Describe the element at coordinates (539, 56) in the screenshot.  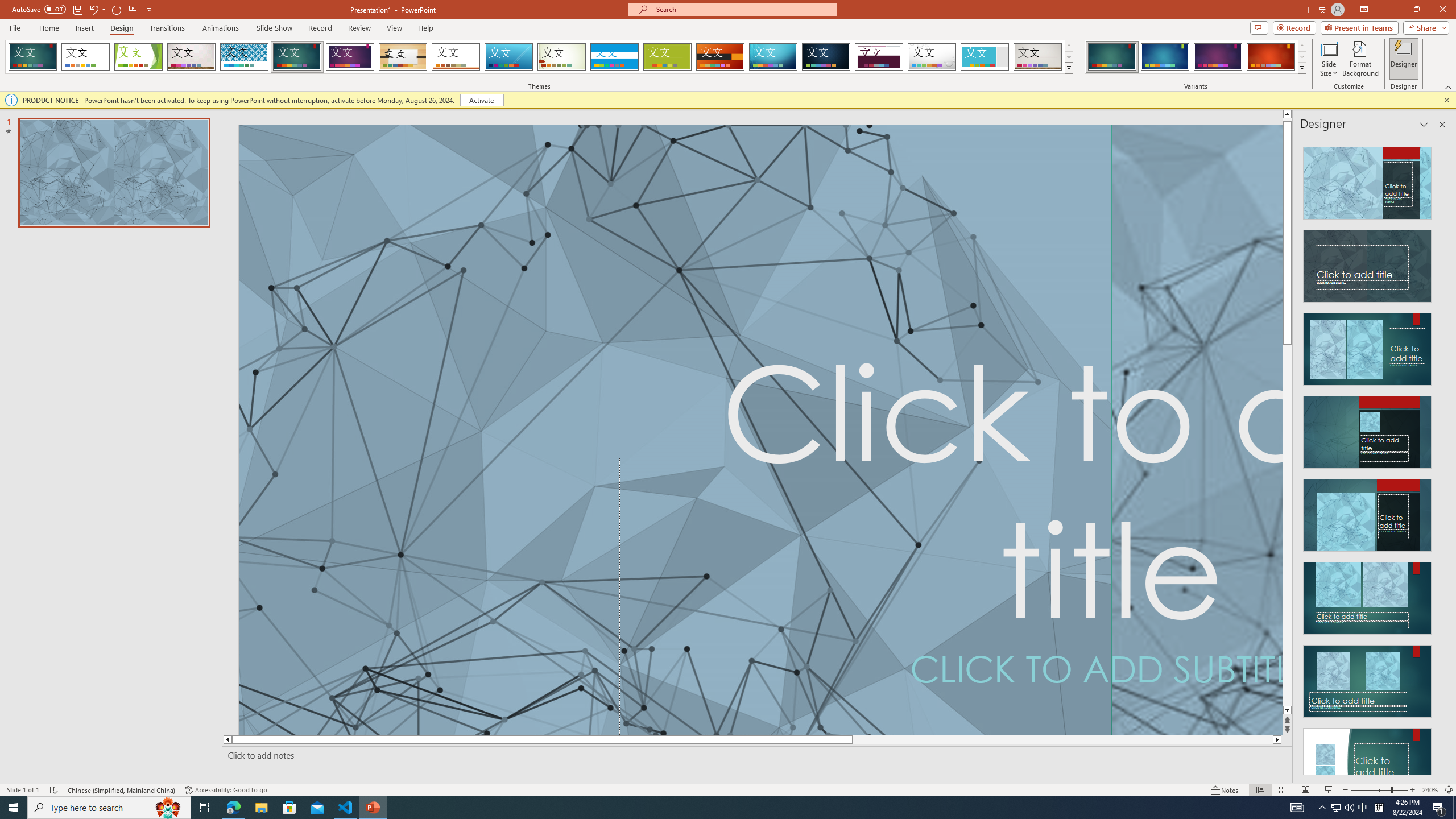
I see `'AutomationID: SlideThemesGallery'` at that location.